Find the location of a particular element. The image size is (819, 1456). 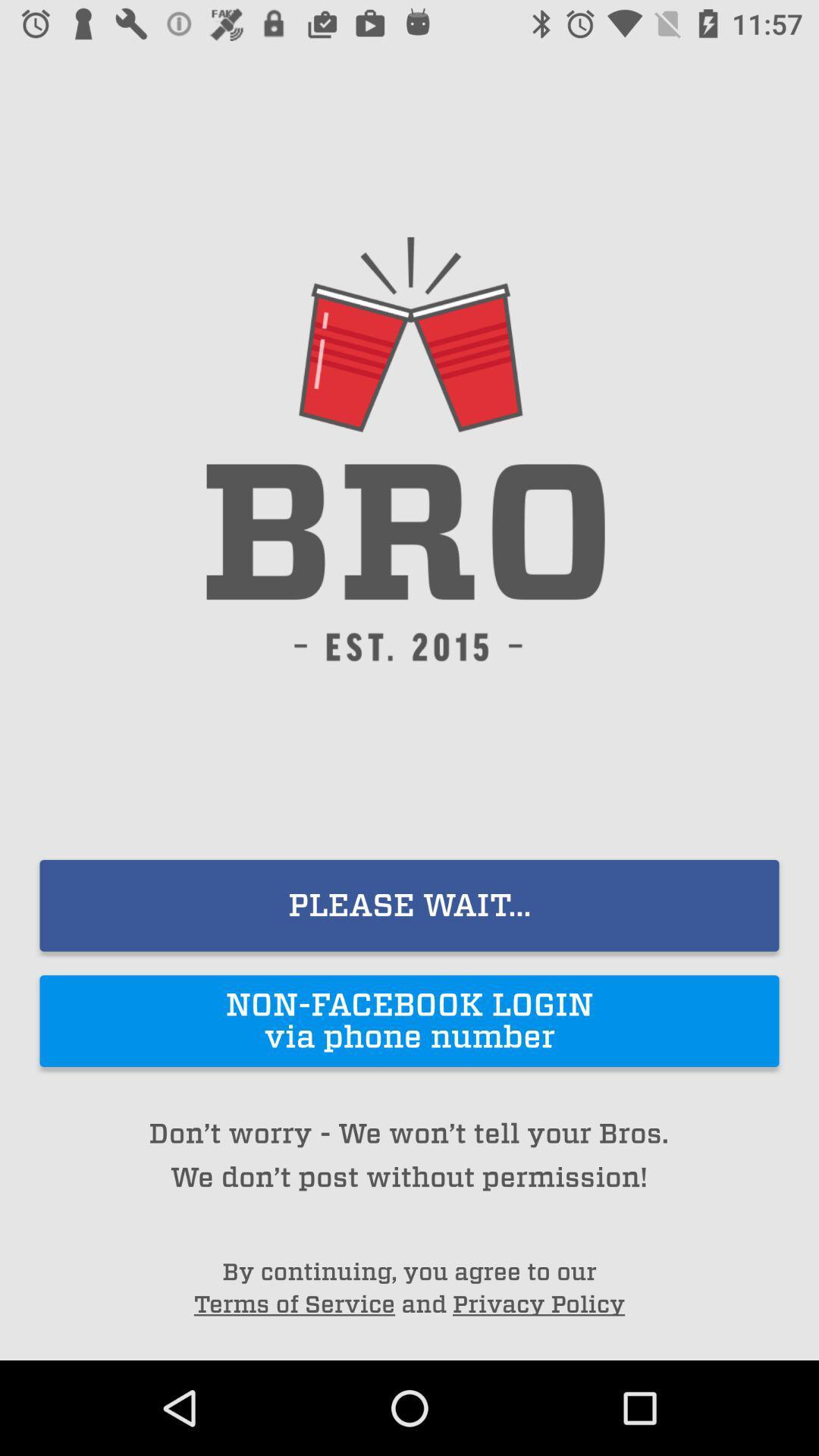

the privacy policy item is located at coordinates (538, 1304).